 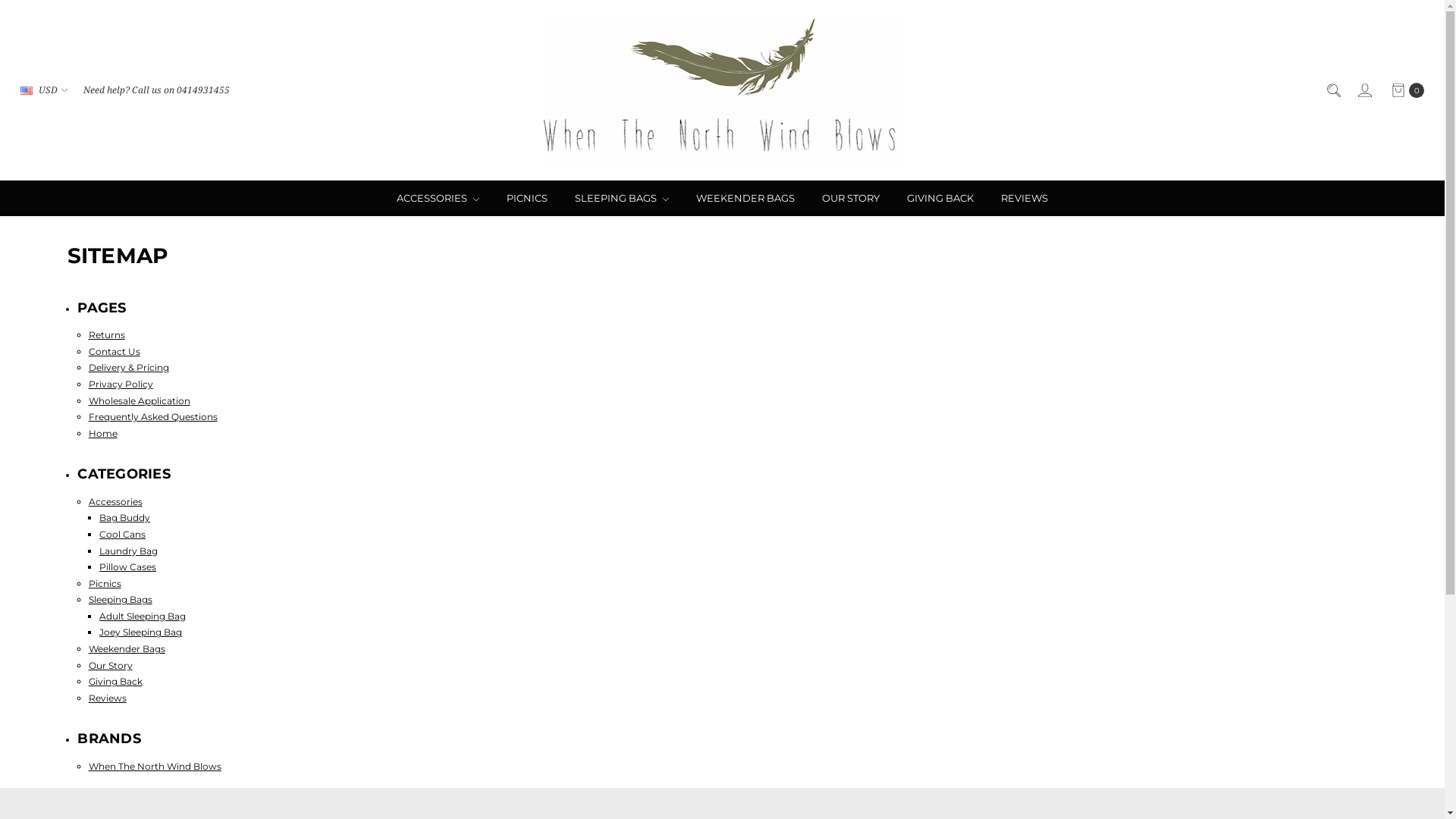 I want to click on 'Laundry Bag', so click(x=98, y=550).